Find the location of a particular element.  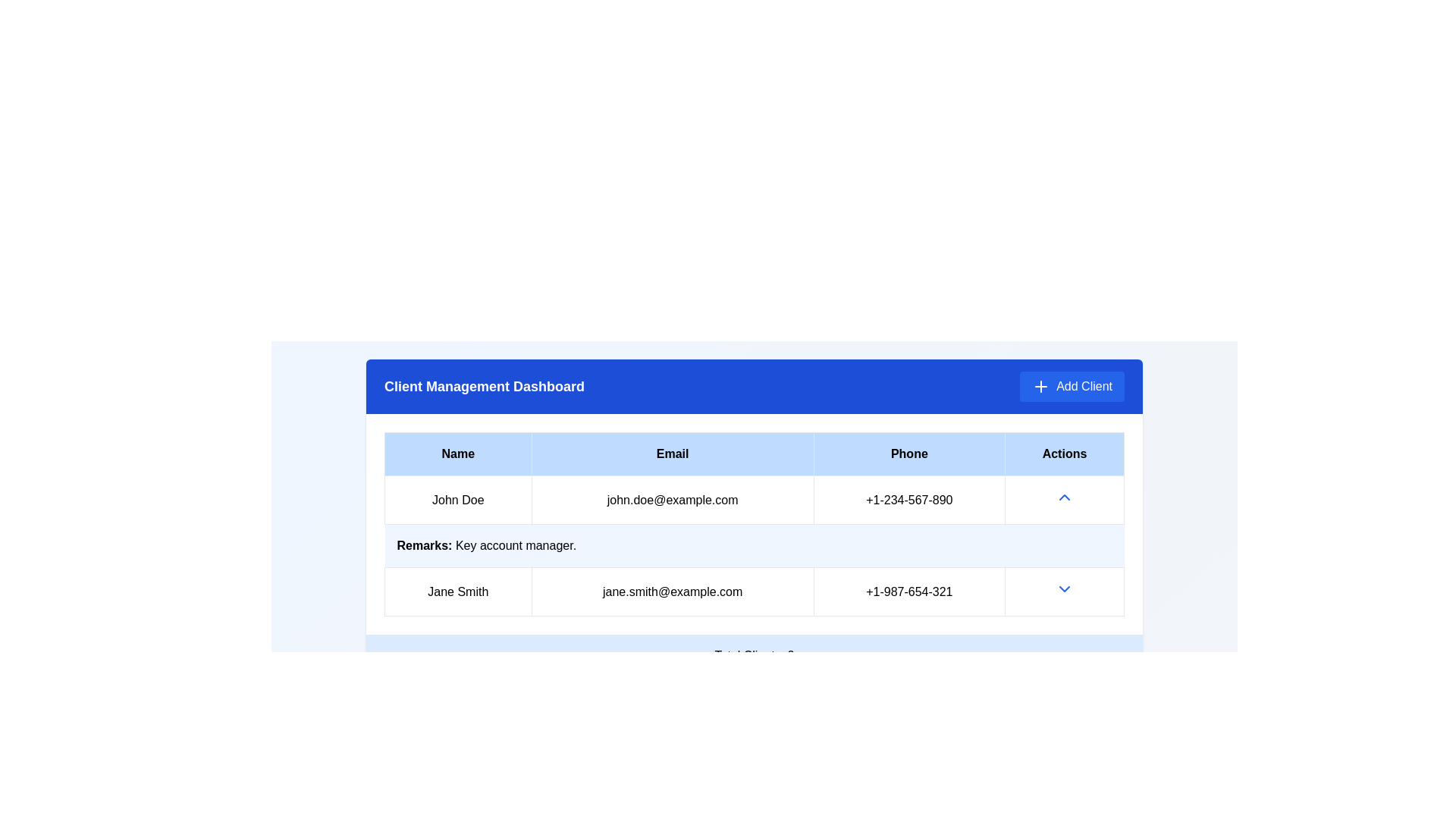

the Table Header Cell labeled 'Actions', which is the fourth column header in the table with a light blue background is located at coordinates (1063, 453).